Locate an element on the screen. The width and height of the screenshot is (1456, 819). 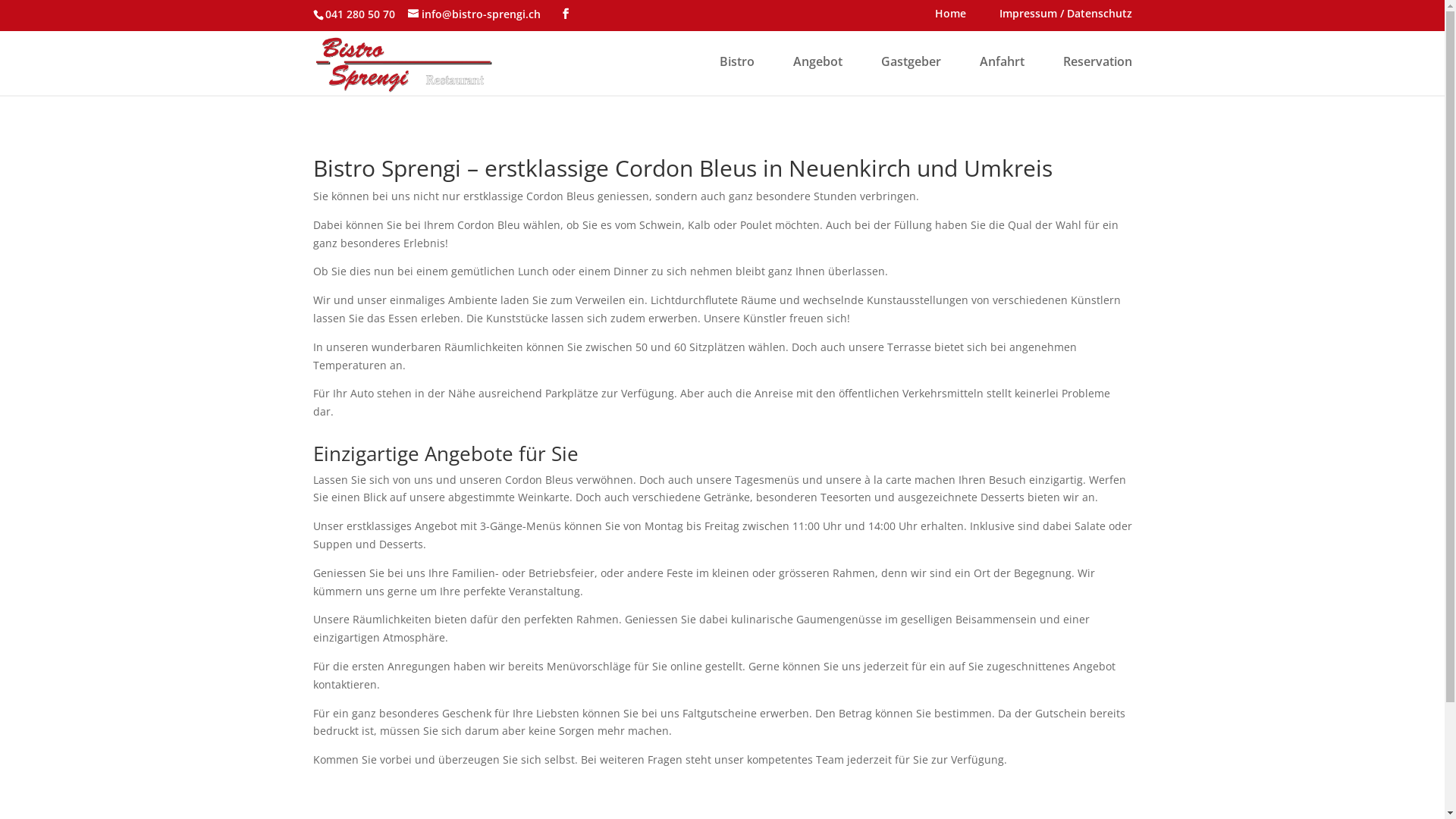
'Angebot' is located at coordinates (817, 74).